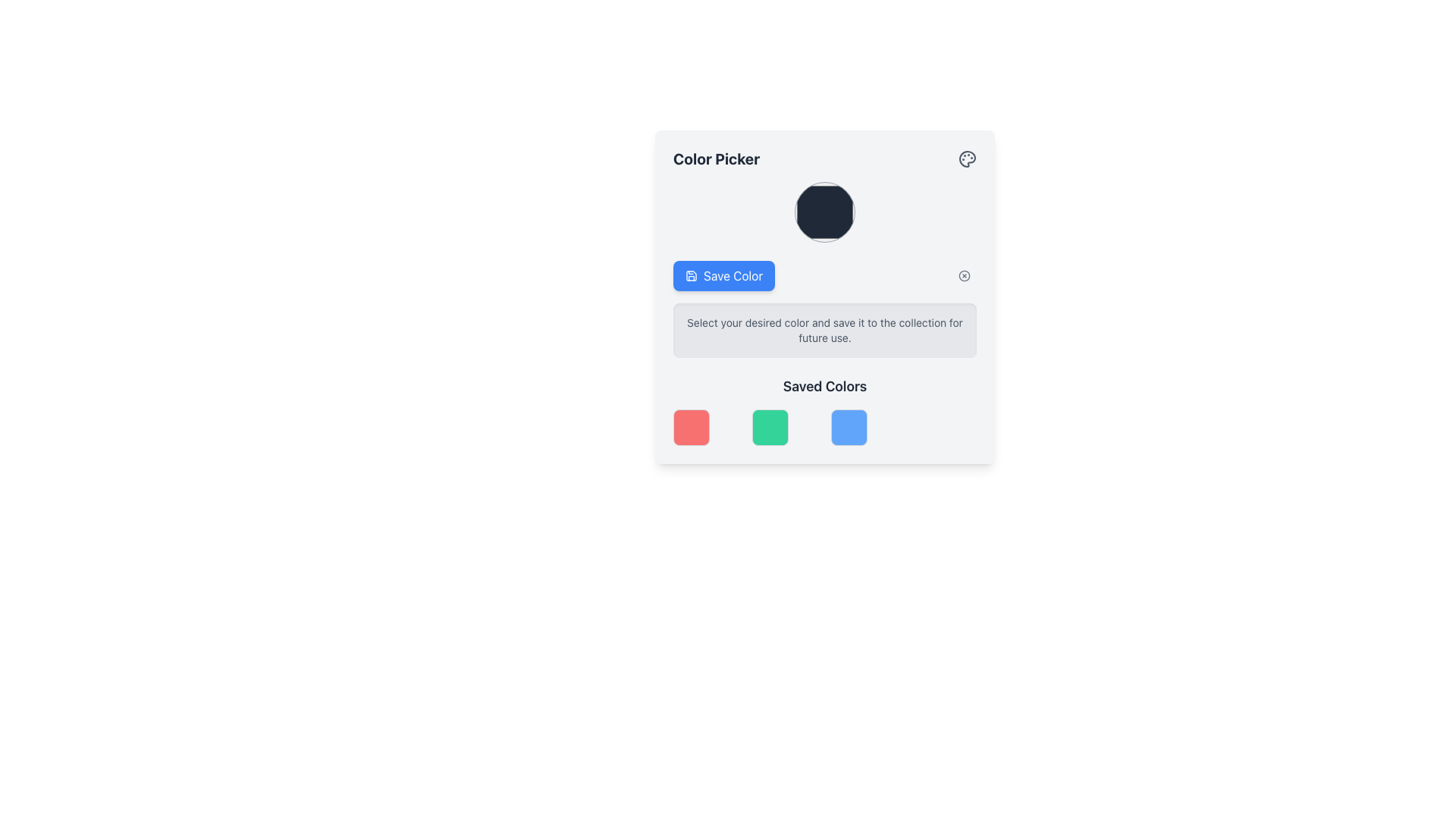  What do you see at coordinates (723, 275) in the screenshot?
I see `the save button located in the 'Color Picker' interface, positioned below the color preview circle` at bounding box center [723, 275].